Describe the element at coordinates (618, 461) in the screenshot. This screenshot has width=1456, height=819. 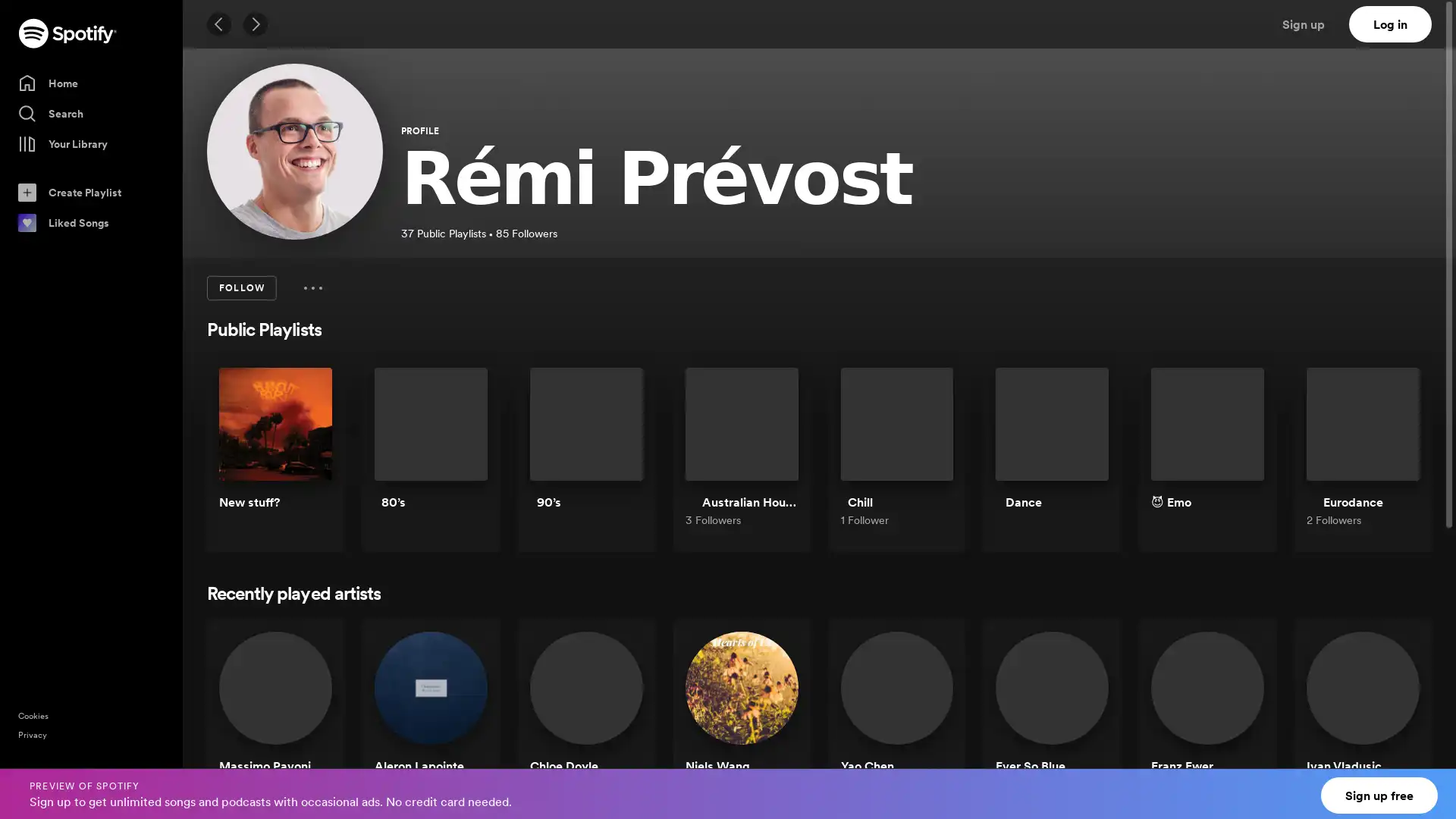
I see `Play 90s` at that location.